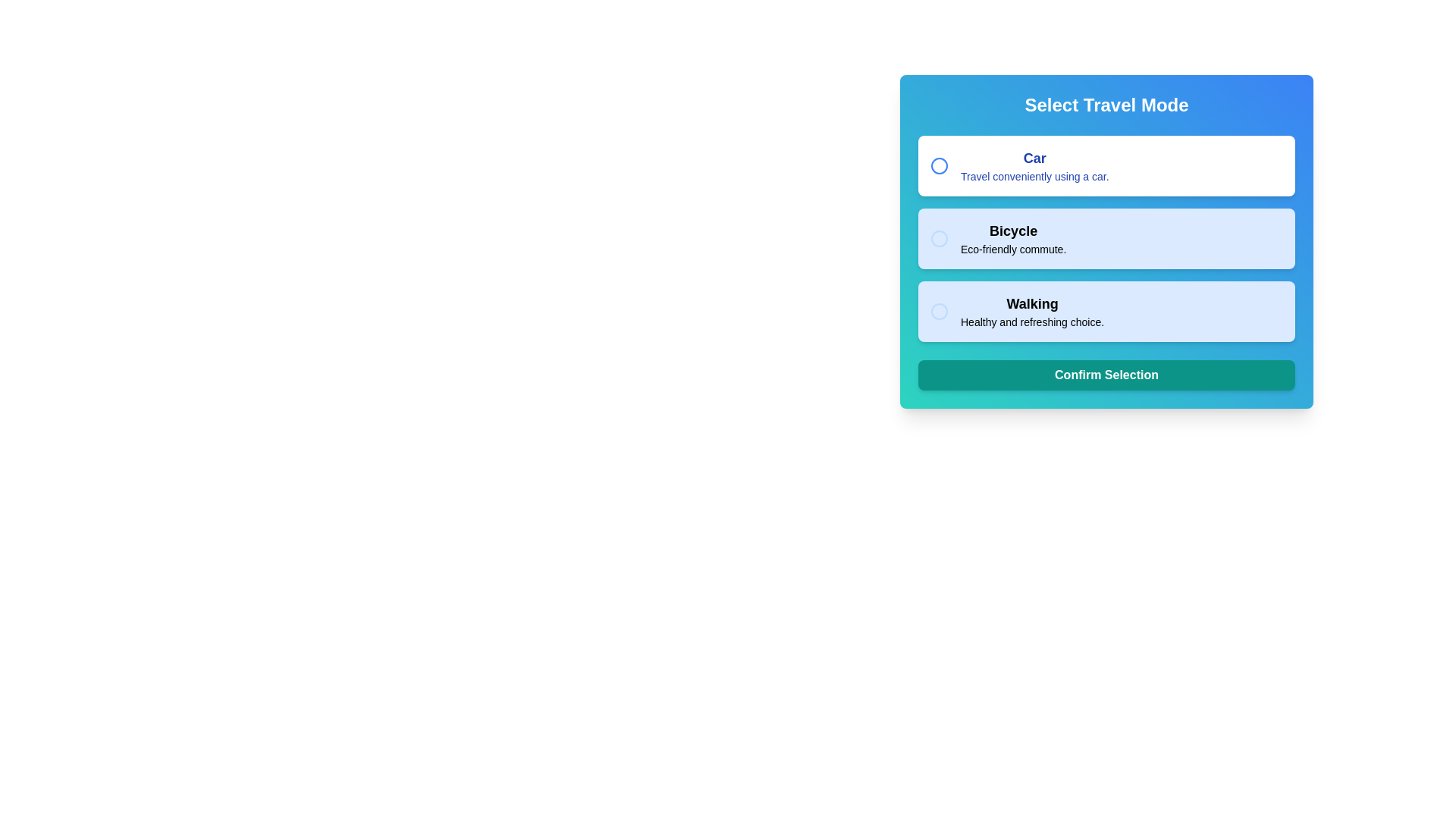  Describe the element at coordinates (1013, 239) in the screenshot. I see `the selectable list item for 'Bicycle'` at that location.